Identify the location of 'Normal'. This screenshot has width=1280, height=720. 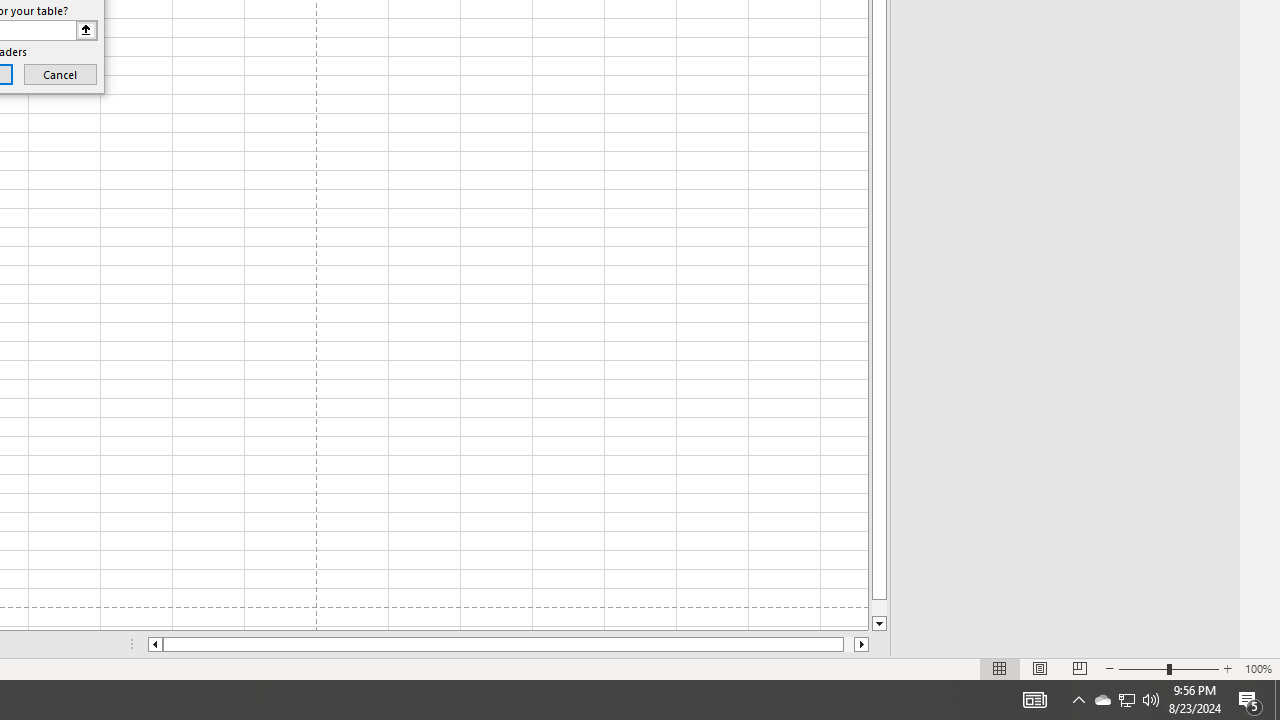
(1000, 669).